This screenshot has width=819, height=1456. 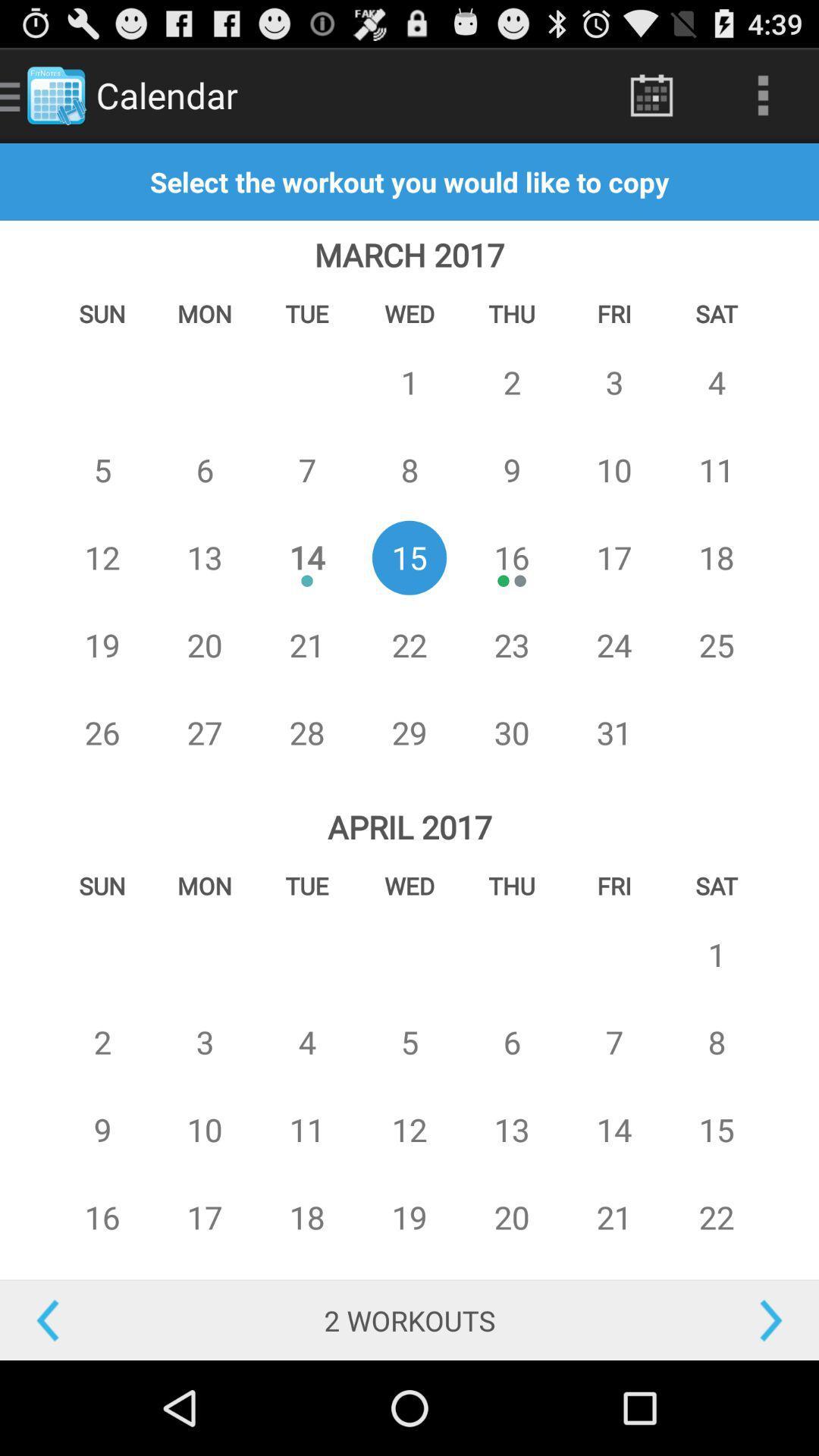 I want to click on previous months, so click(x=102, y=1319).